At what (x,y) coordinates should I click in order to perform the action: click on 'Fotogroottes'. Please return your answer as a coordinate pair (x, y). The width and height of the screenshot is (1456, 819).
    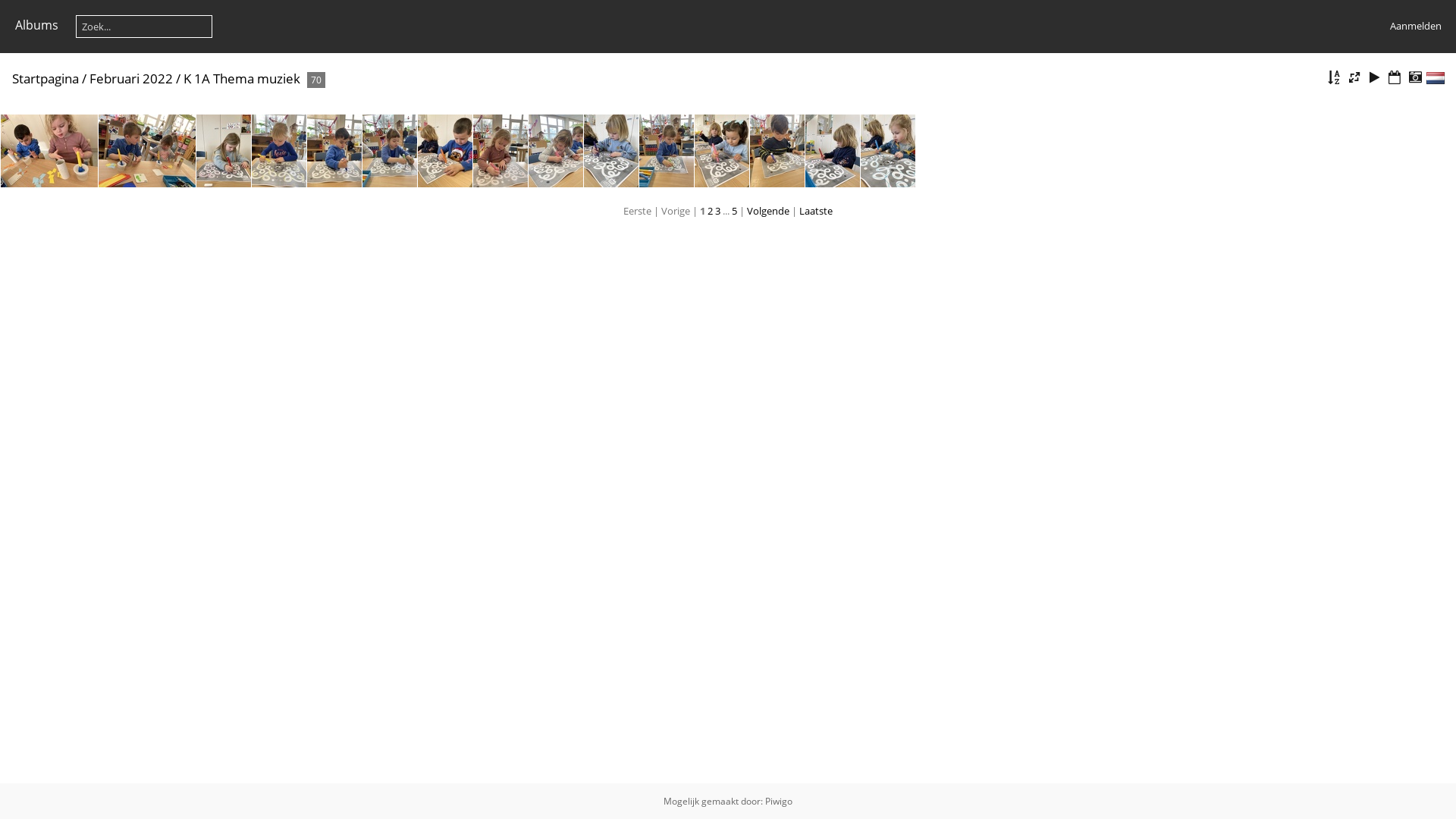
    Looking at the image, I should click on (1354, 77).